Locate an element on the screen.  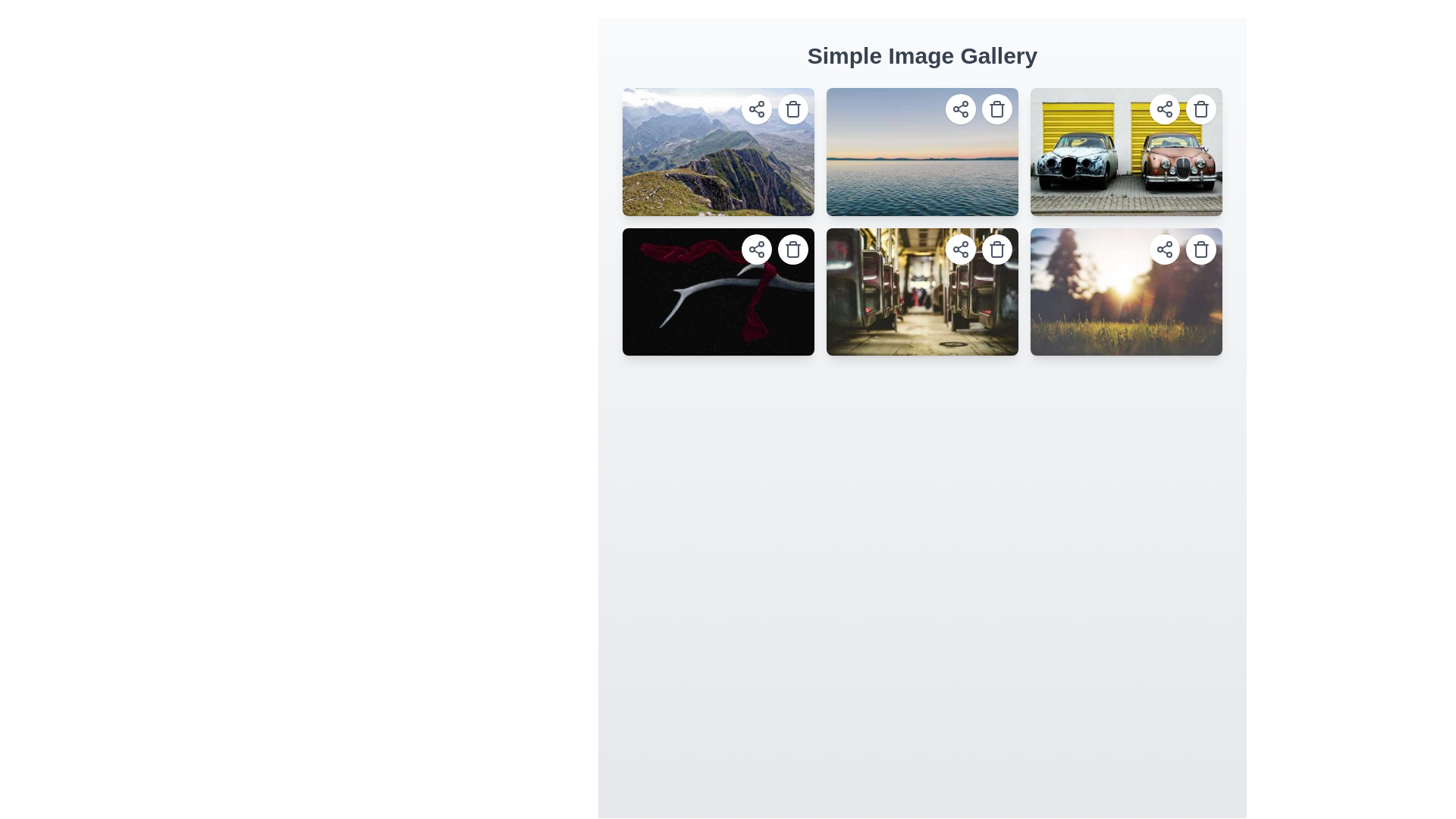
the circular button with a white background and a share icon located in the top-right corner of the second image in the grid is located at coordinates (960, 108).